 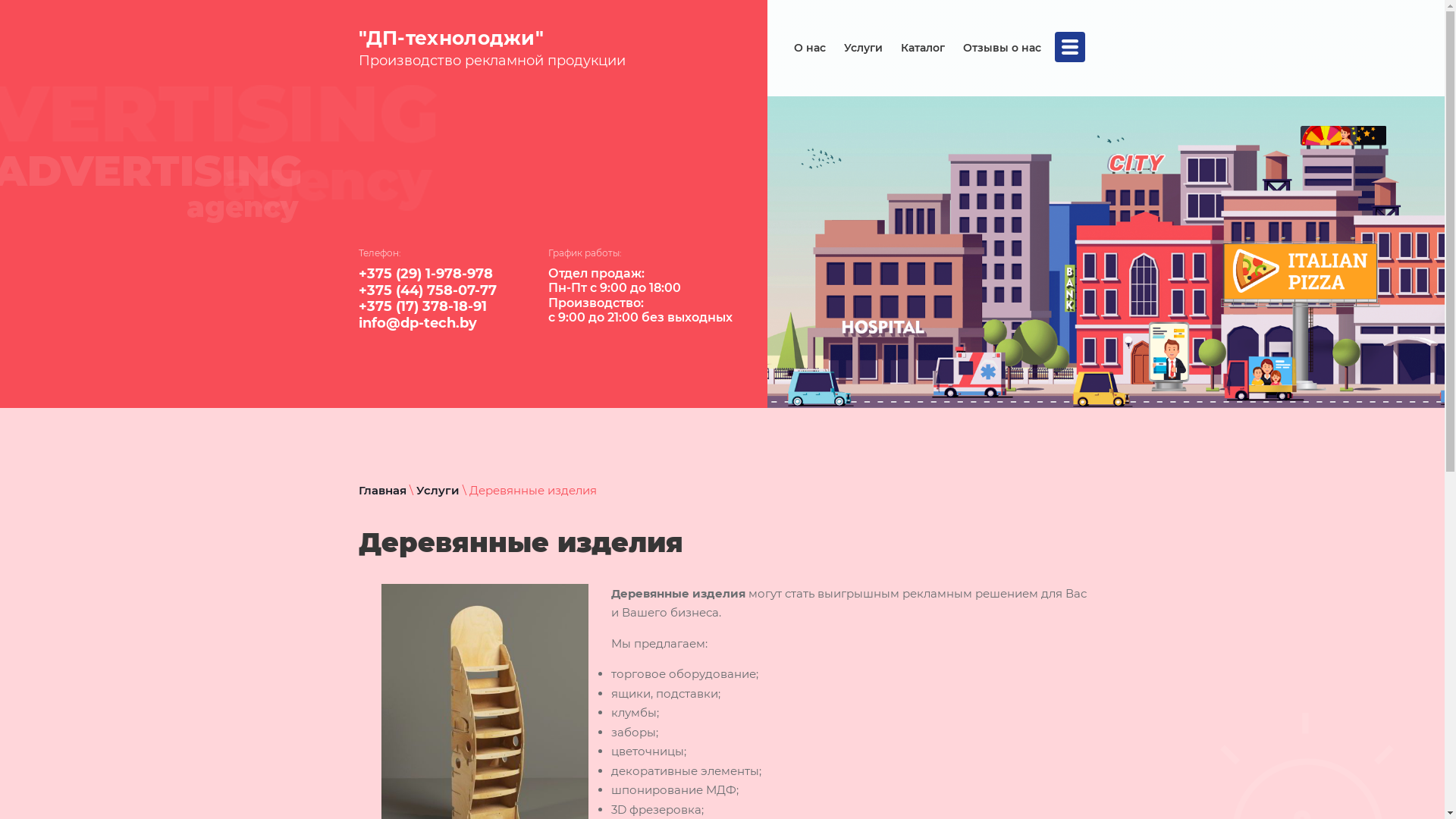 What do you see at coordinates (425, 274) in the screenshot?
I see `'+375 (29) 1-978-978'` at bounding box center [425, 274].